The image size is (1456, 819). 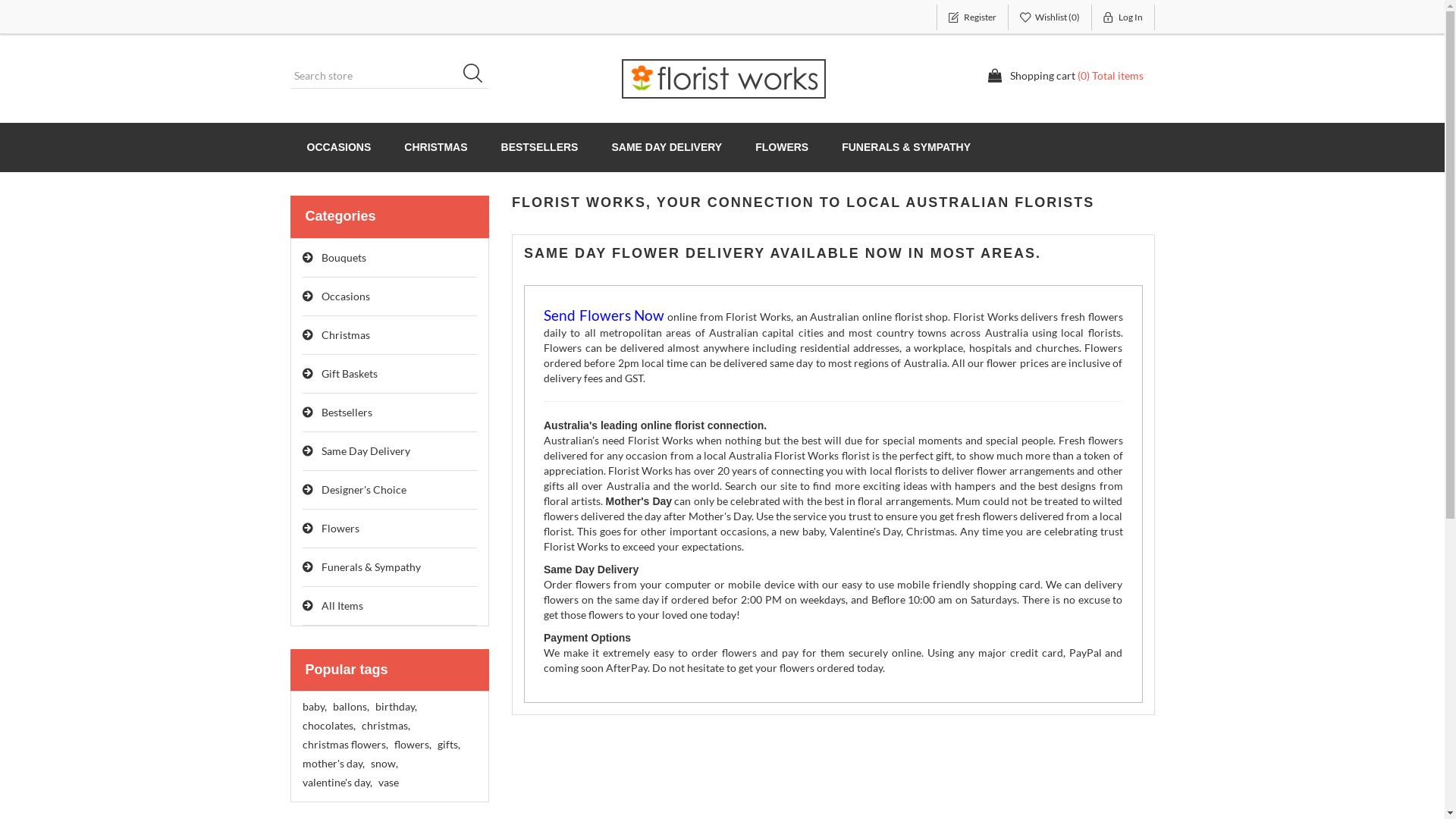 What do you see at coordinates (389, 334) in the screenshot?
I see `'Christmas'` at bounding box center [389, 334].